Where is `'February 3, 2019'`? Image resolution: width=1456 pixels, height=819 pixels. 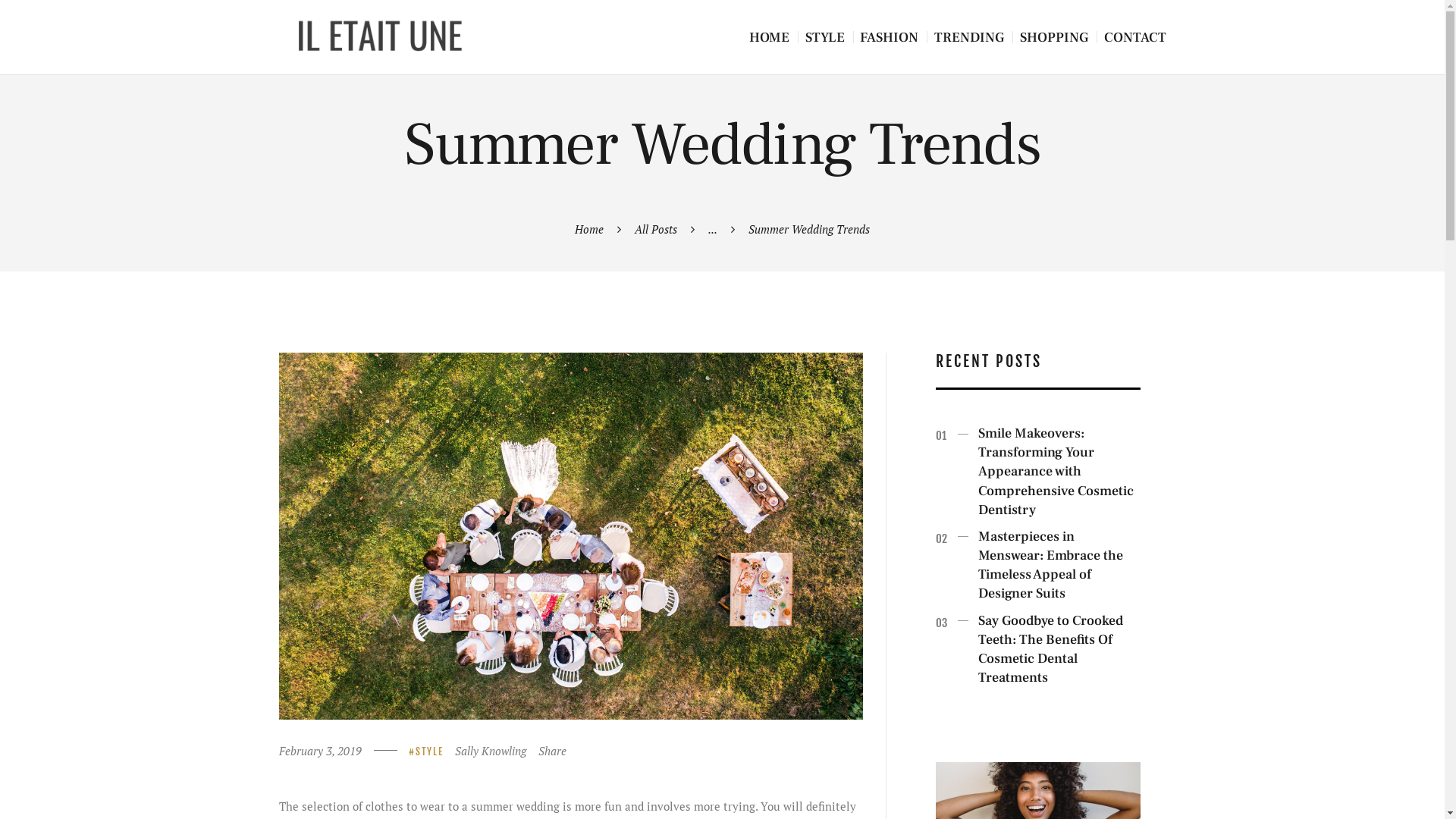 'February 3, 2019' is located at coordinates (319, 751).